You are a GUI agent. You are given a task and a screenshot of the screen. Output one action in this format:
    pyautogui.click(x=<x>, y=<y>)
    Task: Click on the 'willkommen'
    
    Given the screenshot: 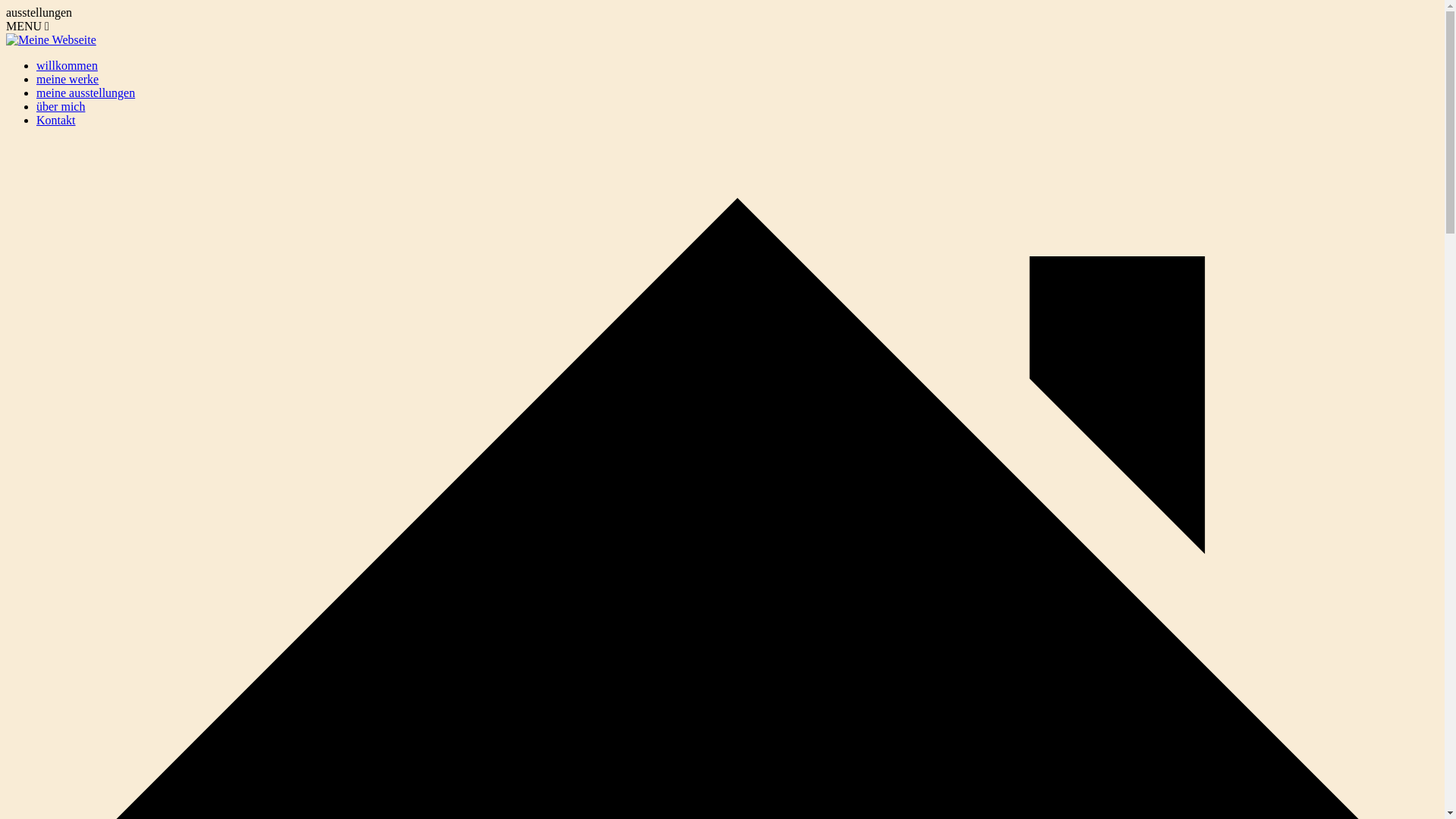 What is the action you would take?
    pyautogui.click(x=36, y=64)
    